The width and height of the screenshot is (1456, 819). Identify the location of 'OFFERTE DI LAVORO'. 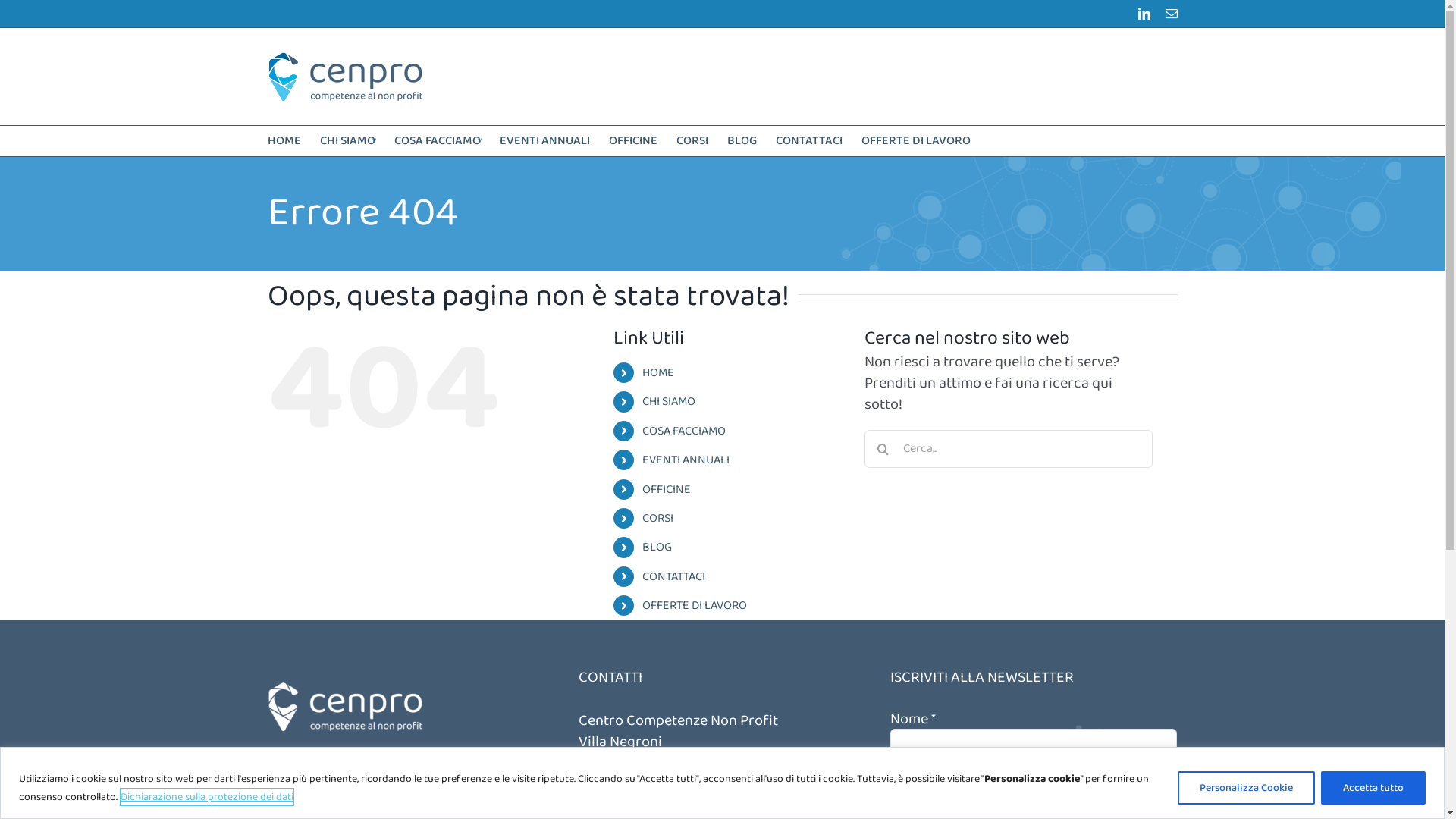
(694, 604).